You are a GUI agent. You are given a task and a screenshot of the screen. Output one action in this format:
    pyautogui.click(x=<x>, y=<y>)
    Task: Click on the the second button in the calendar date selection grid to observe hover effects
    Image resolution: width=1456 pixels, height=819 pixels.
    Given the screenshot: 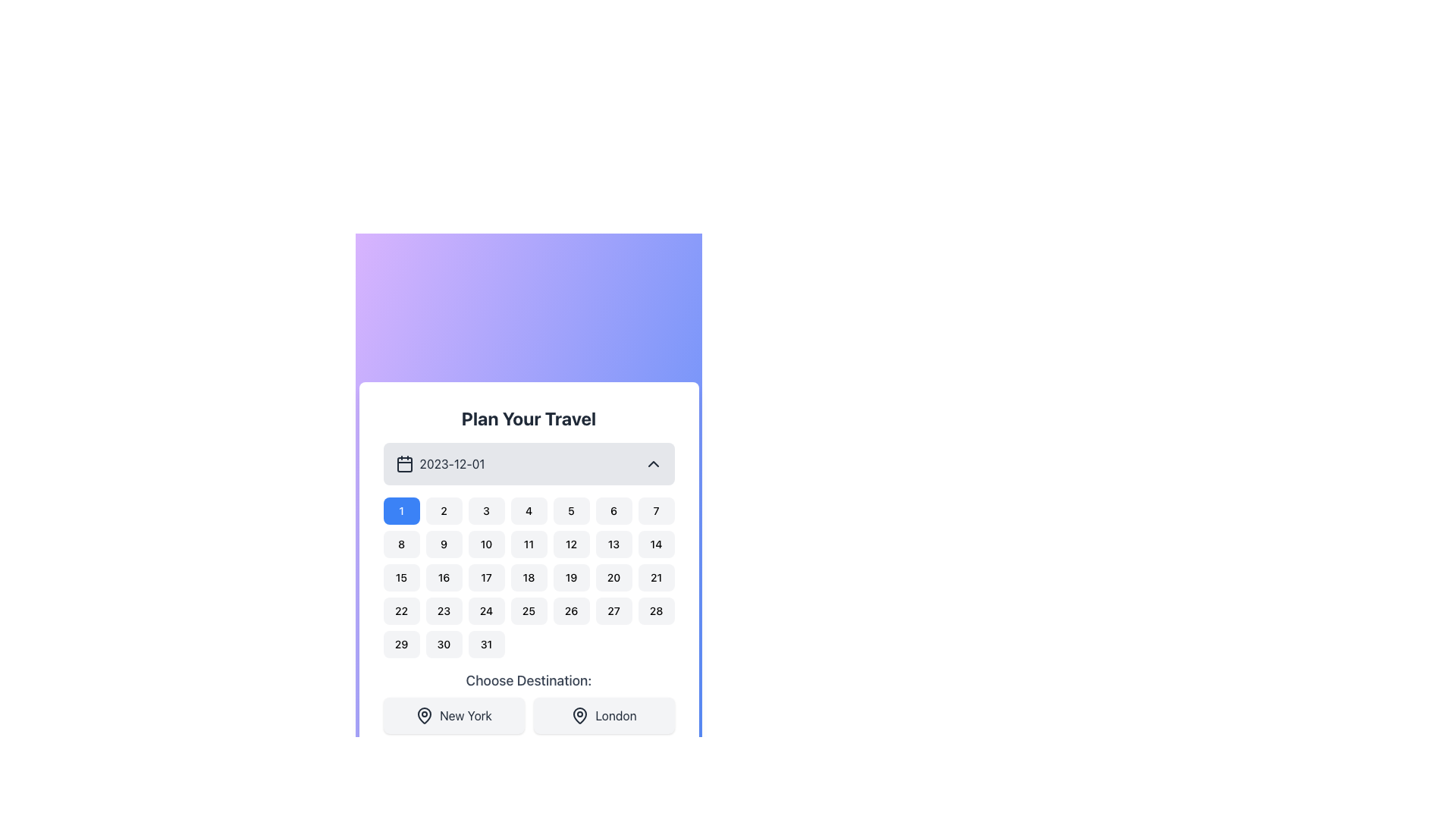 What is the action you would take?
    pyautogui.click(x=443, y=511)
    